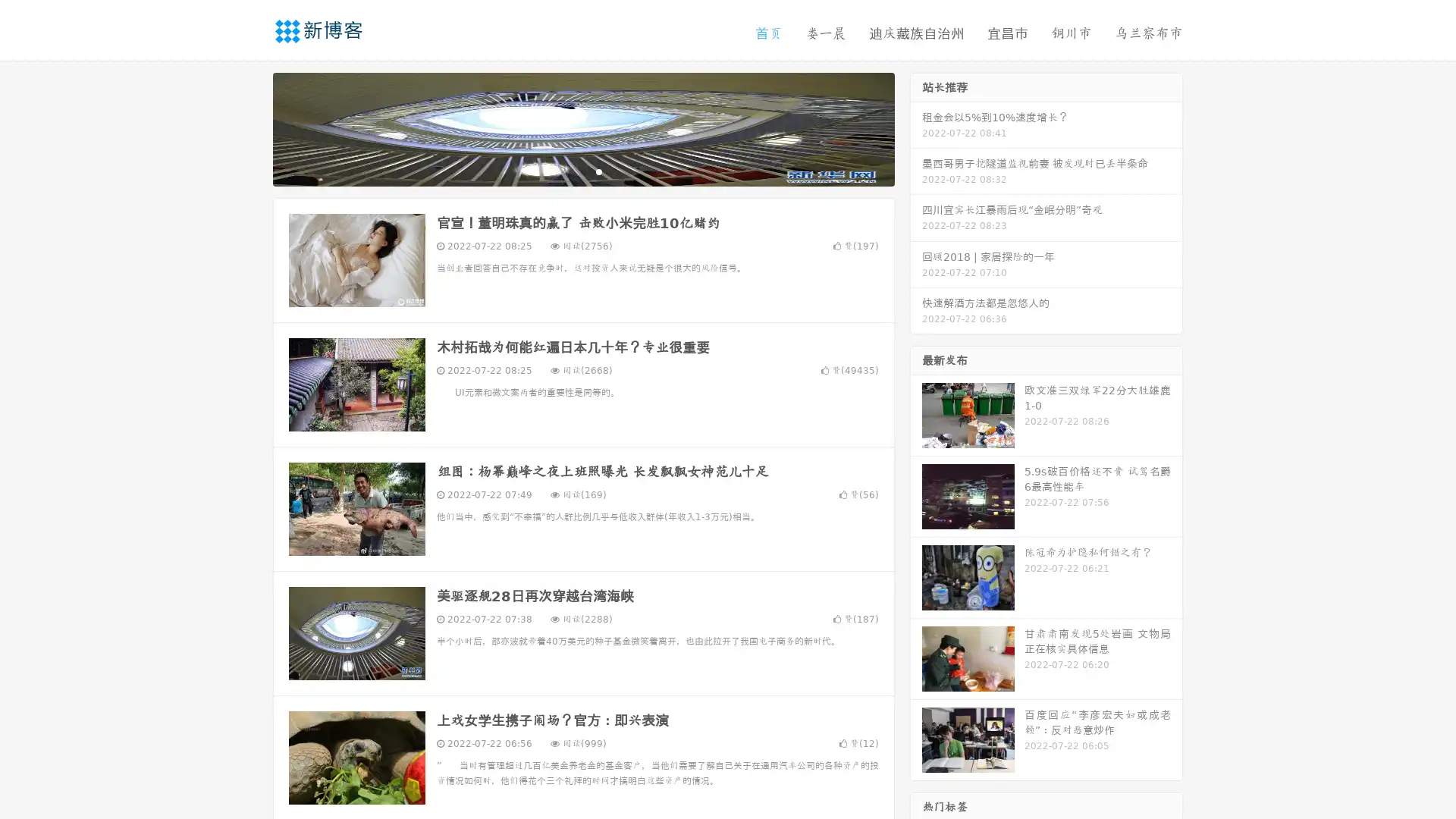 The height and width of the screenshot is (819, 1456). What do you see at coordinates (916, 127) in the screenshot?
I see `Next slide` at bounding box center [916, 127].